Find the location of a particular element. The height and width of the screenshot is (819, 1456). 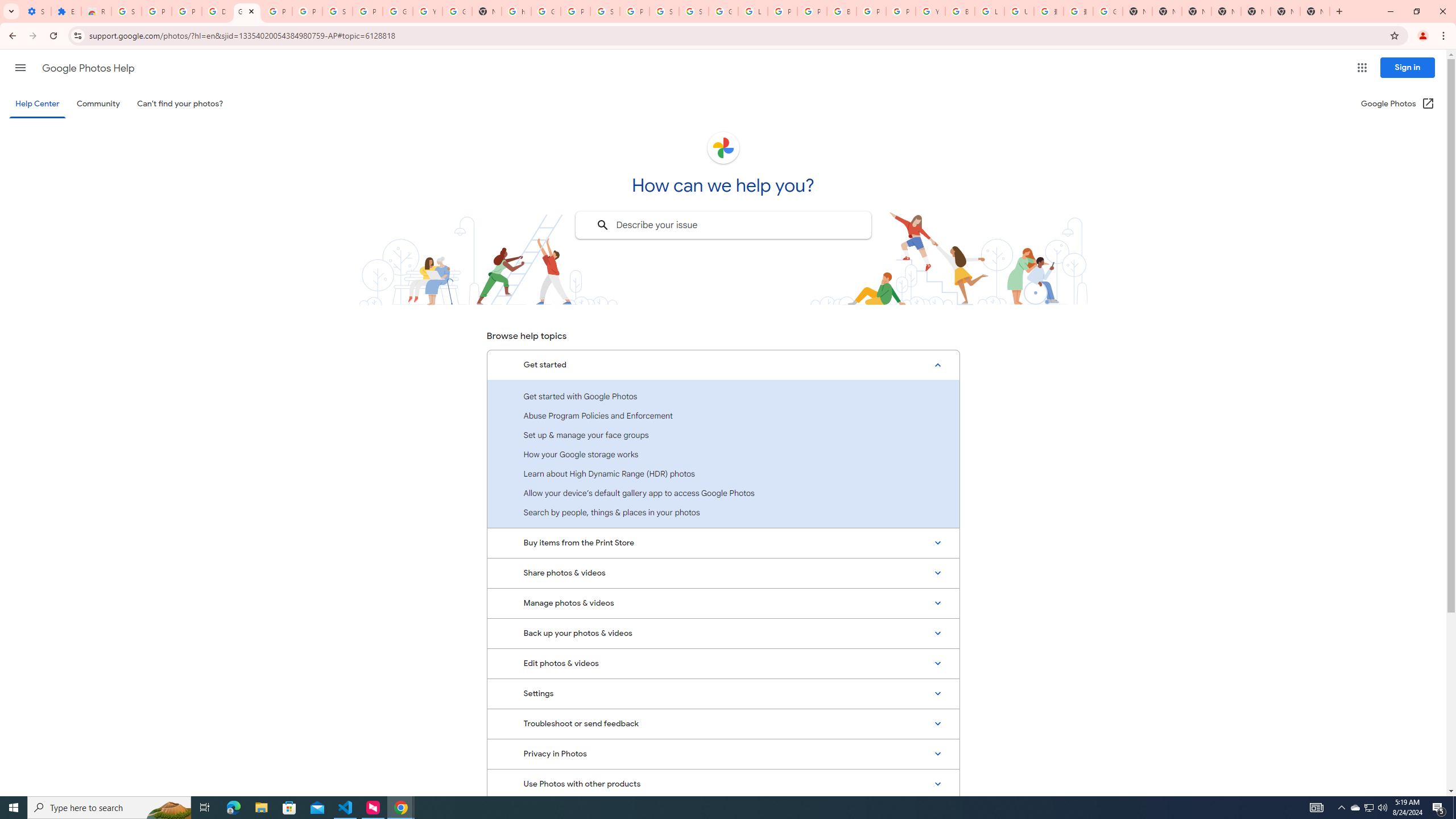

'Privacy in Photos' is located at coordinates (723, 754).